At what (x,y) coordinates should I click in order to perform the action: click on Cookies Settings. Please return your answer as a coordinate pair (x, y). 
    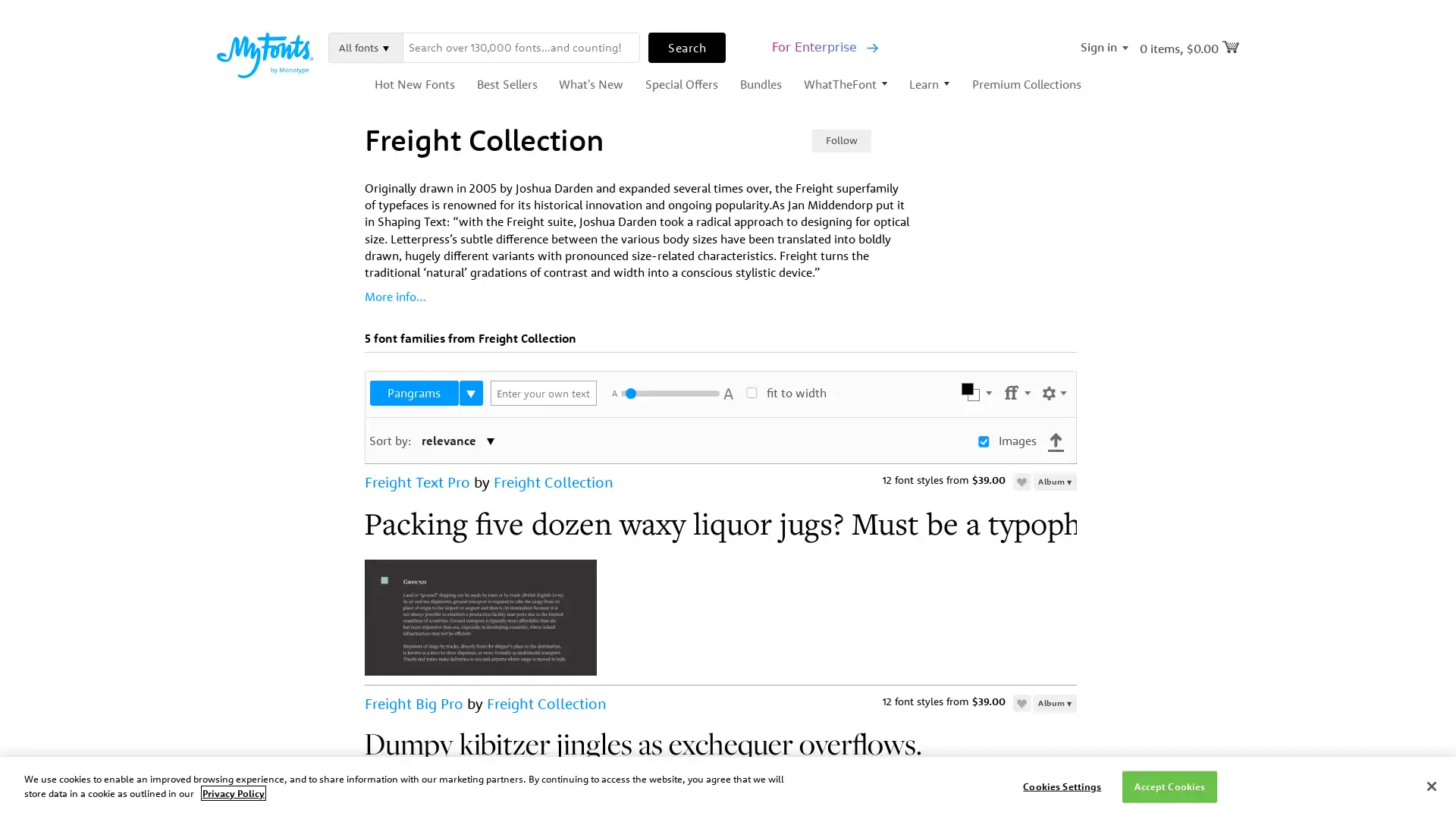
    Looking at the image, I should click on (1061, 786).